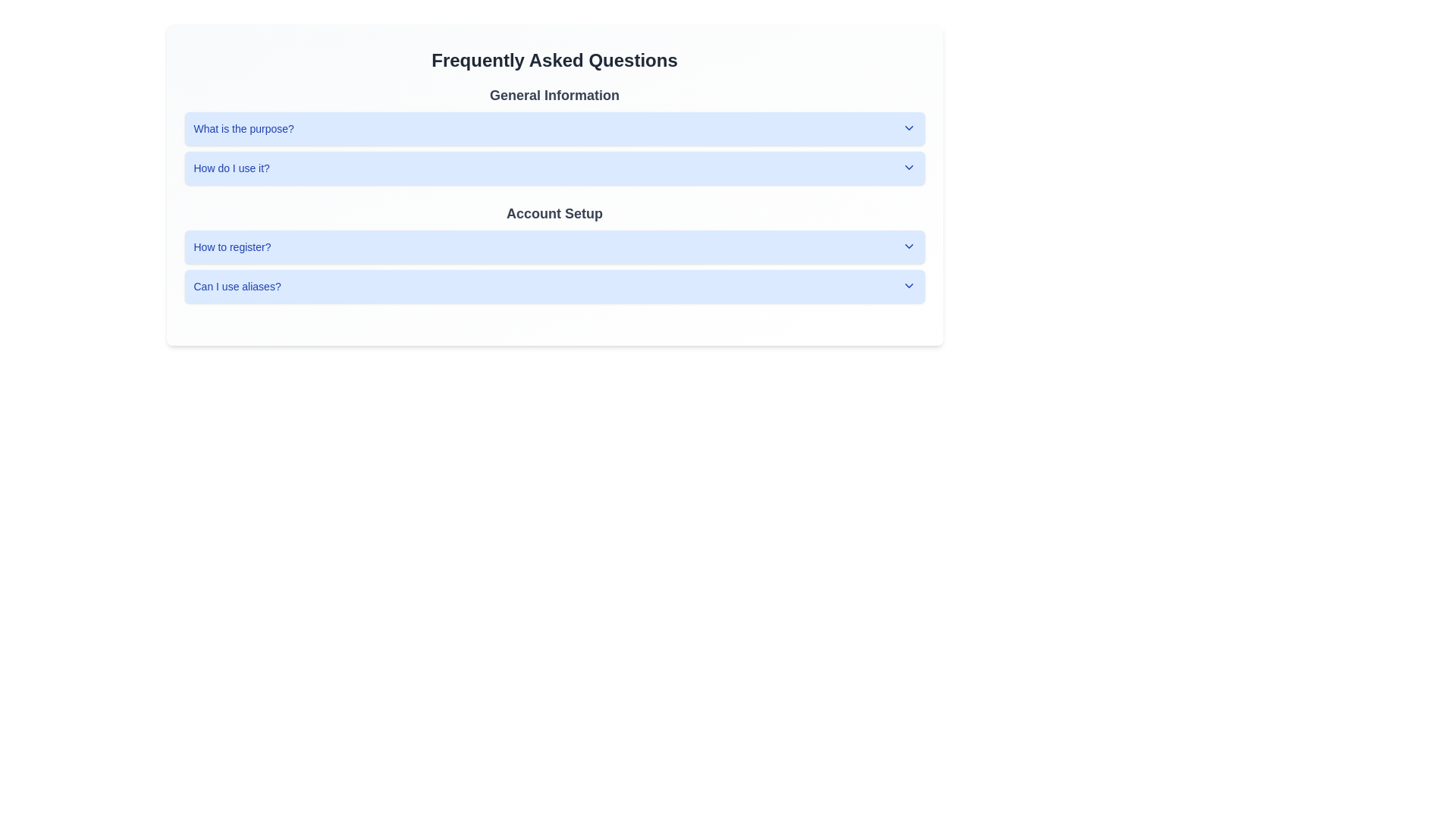 This screenshot has height=819, width=1456. Describe the element at coordinates (554, 96) in the screenshot. I see `the 'General Information' text label` at that location.